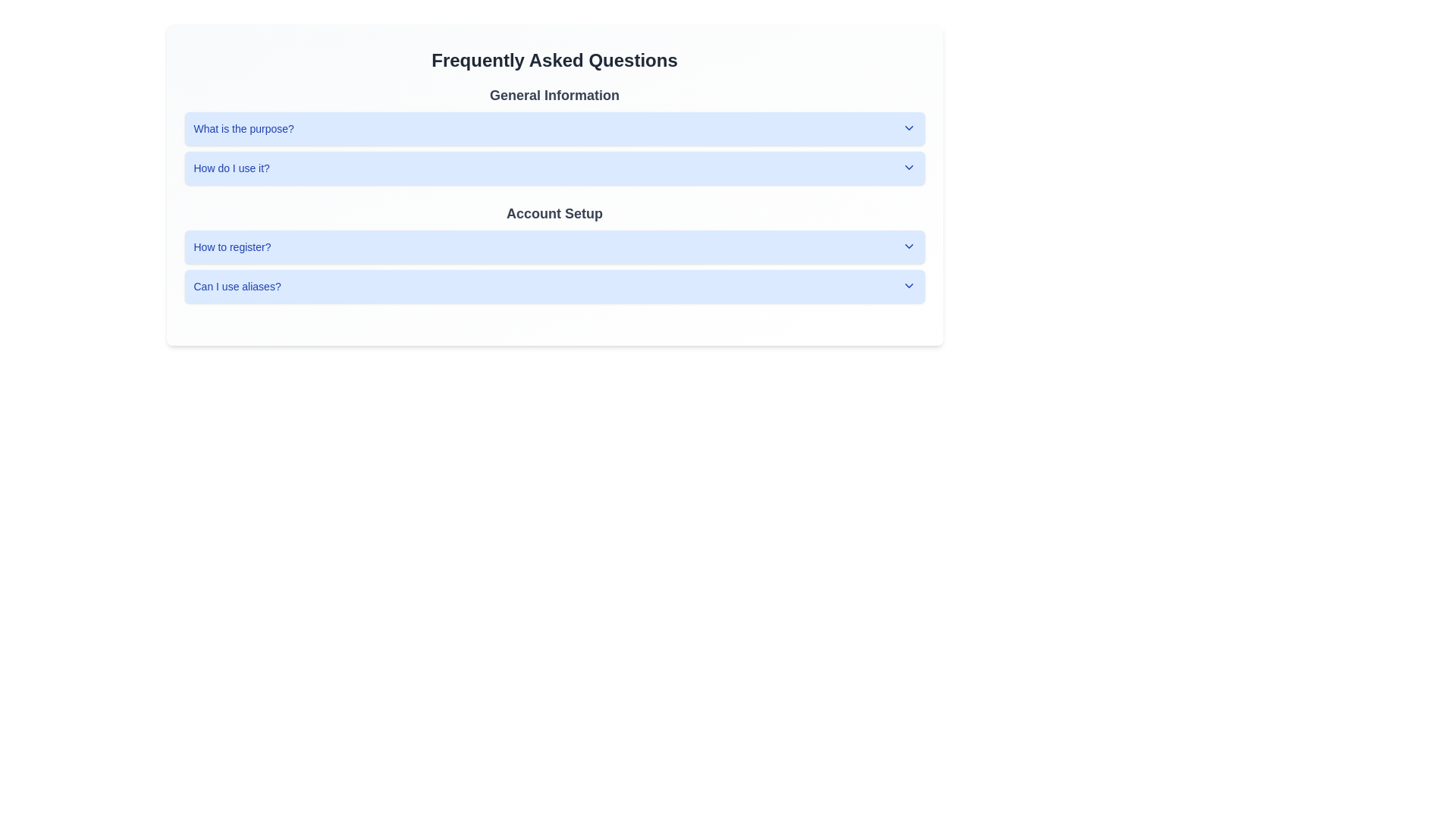 This screenshot has height=819, width=1456. Describe the element at coordinates (554, 96) in the screenshot. I see `the 'General Information' text label` at that location.